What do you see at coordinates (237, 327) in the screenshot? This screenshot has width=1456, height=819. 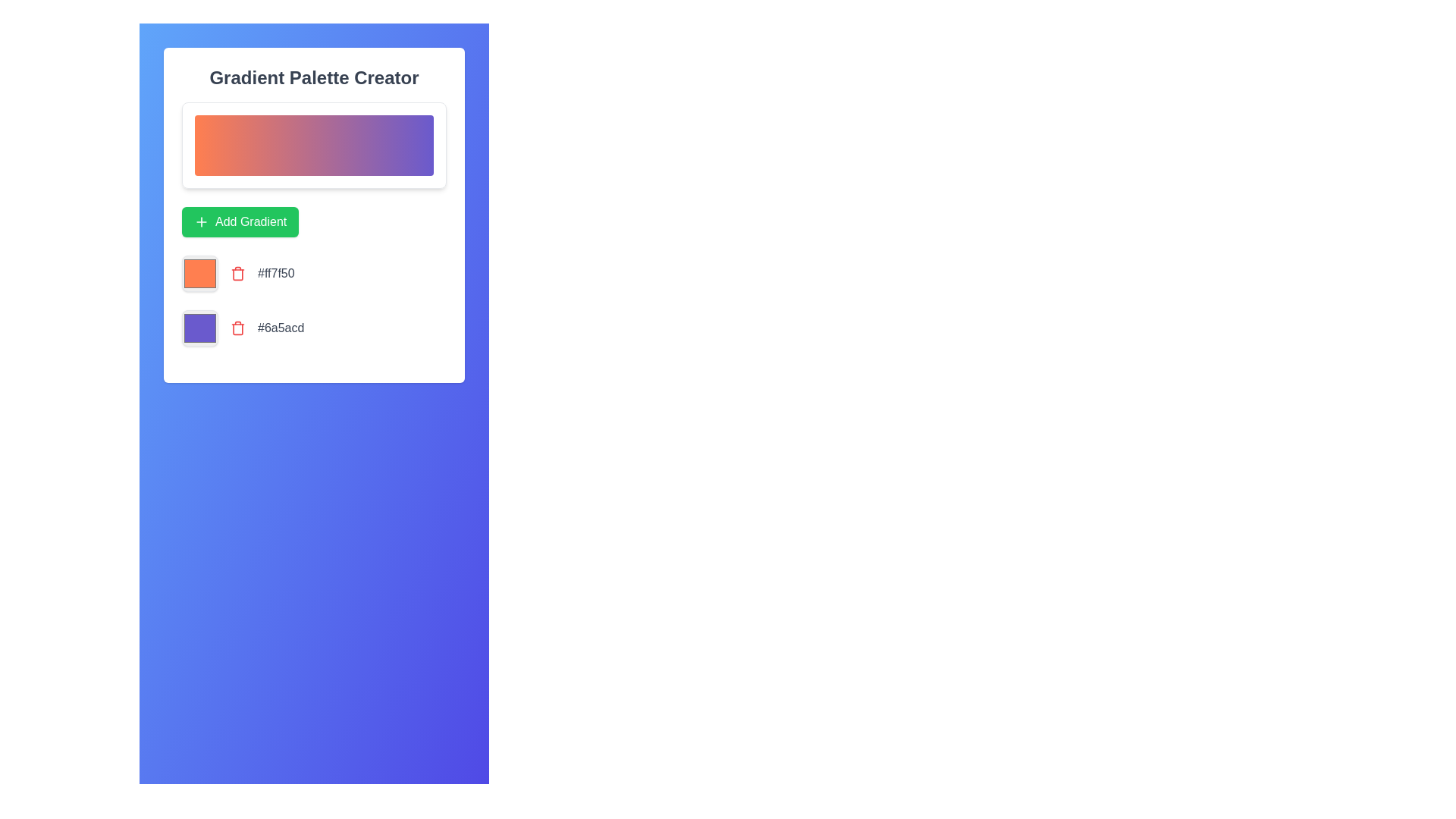 I see `the delete button located to the right of the small square color preview and to the left of the associated color code label` at bounding box center [237, 327].